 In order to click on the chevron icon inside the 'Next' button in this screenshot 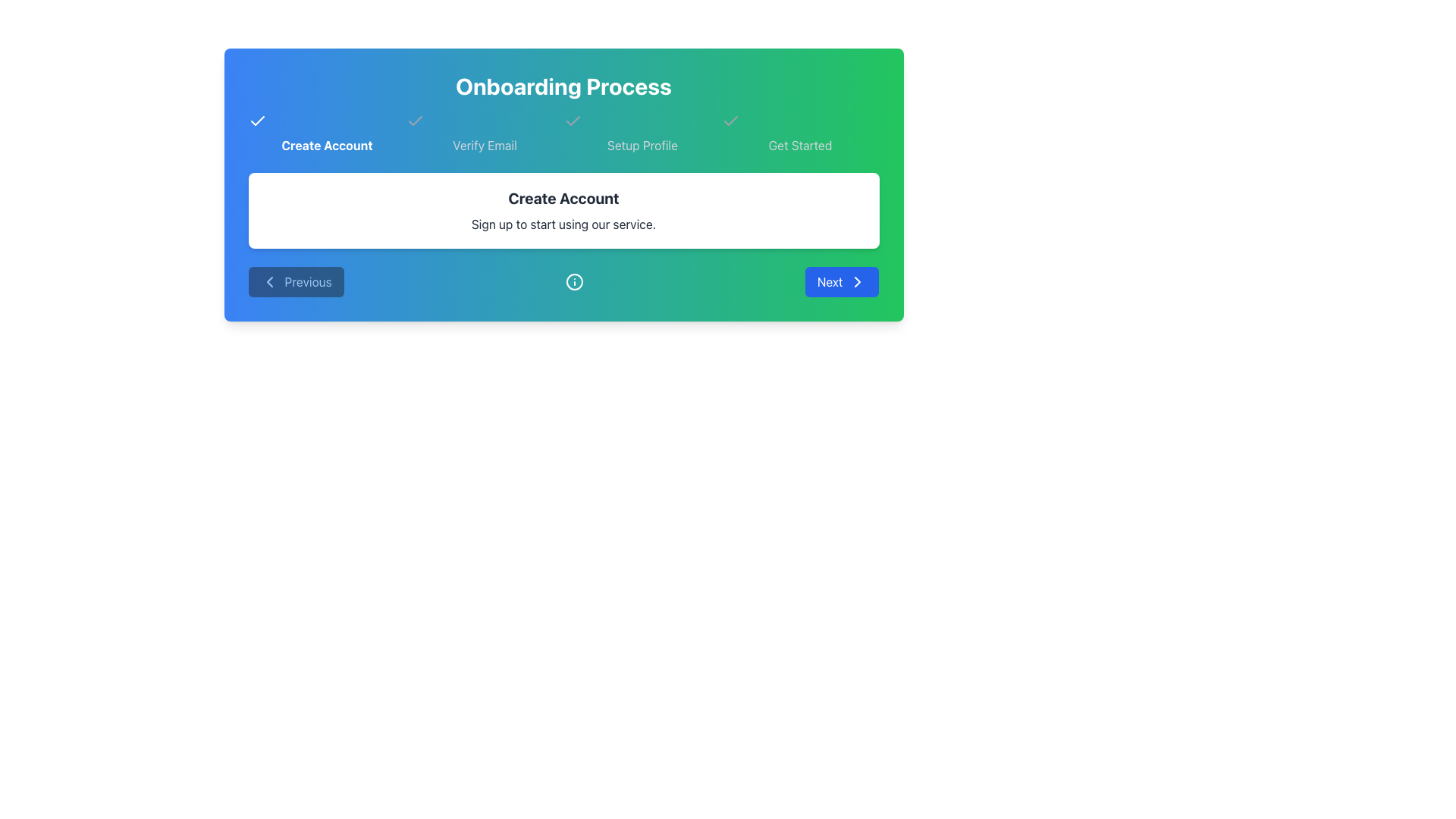, I will do `click(858, 281)`.